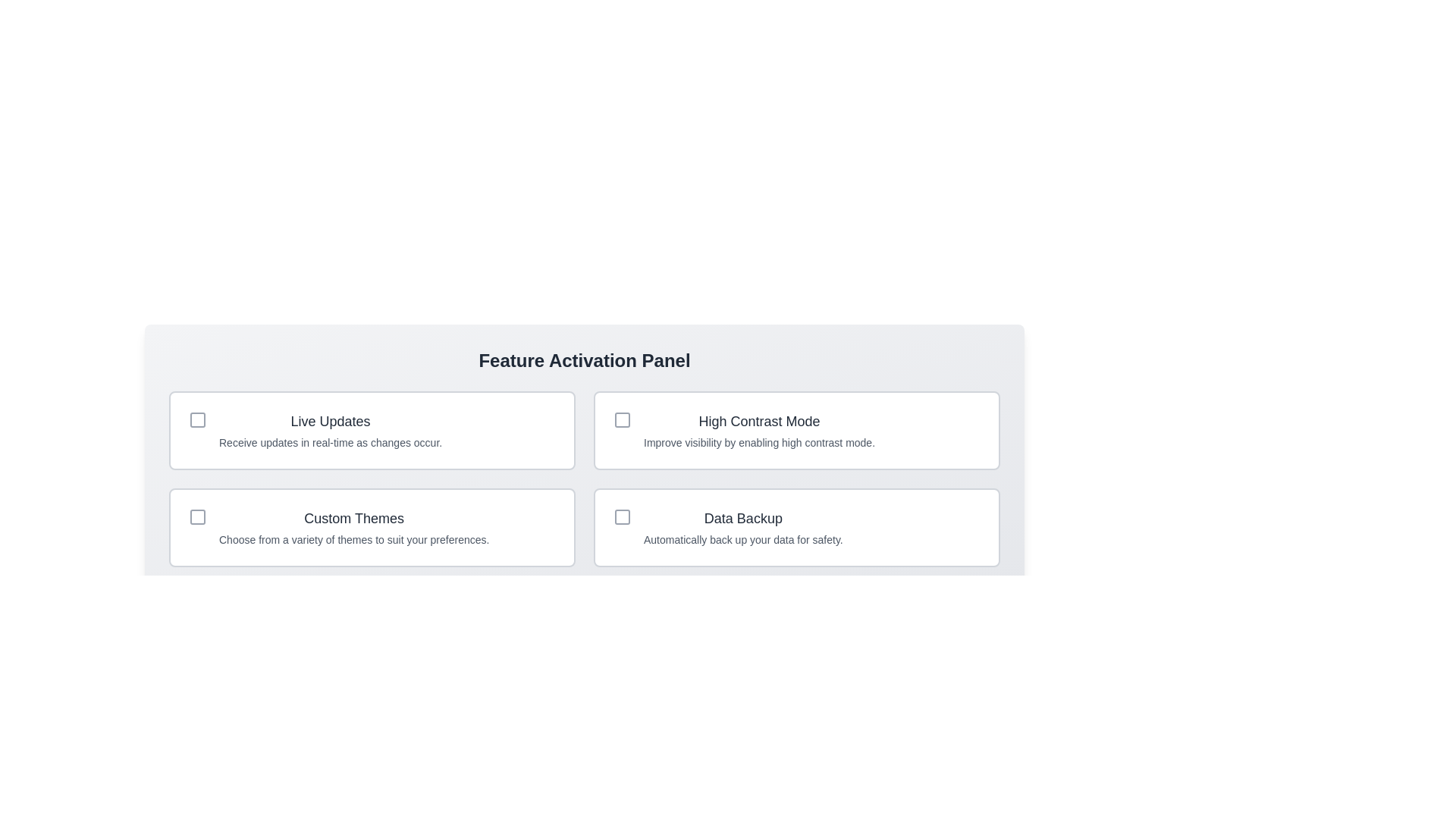 The width and height of the screenshot is (1456, 819). I want to click on the static text heading 'Data Backup', which is prominently displayed in a large, bold, dark gray font against a white background, located in the bottom-right cell of a grid layout, so click(743, 517).